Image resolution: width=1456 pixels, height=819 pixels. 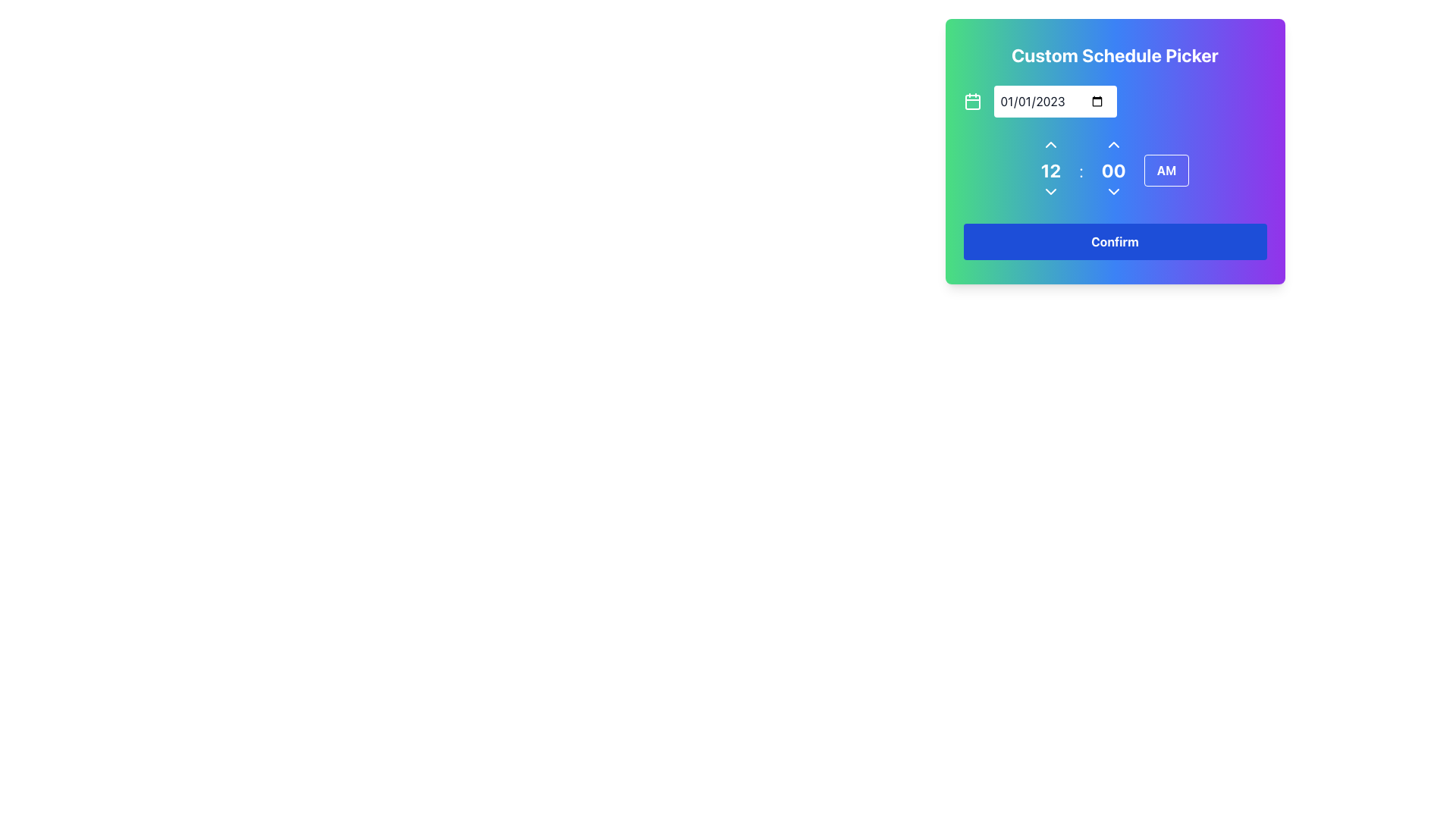 I want to click on the AM/PM toggle button located in the bottom-right corner of the time selection interface, so click(x=1166, y=170).